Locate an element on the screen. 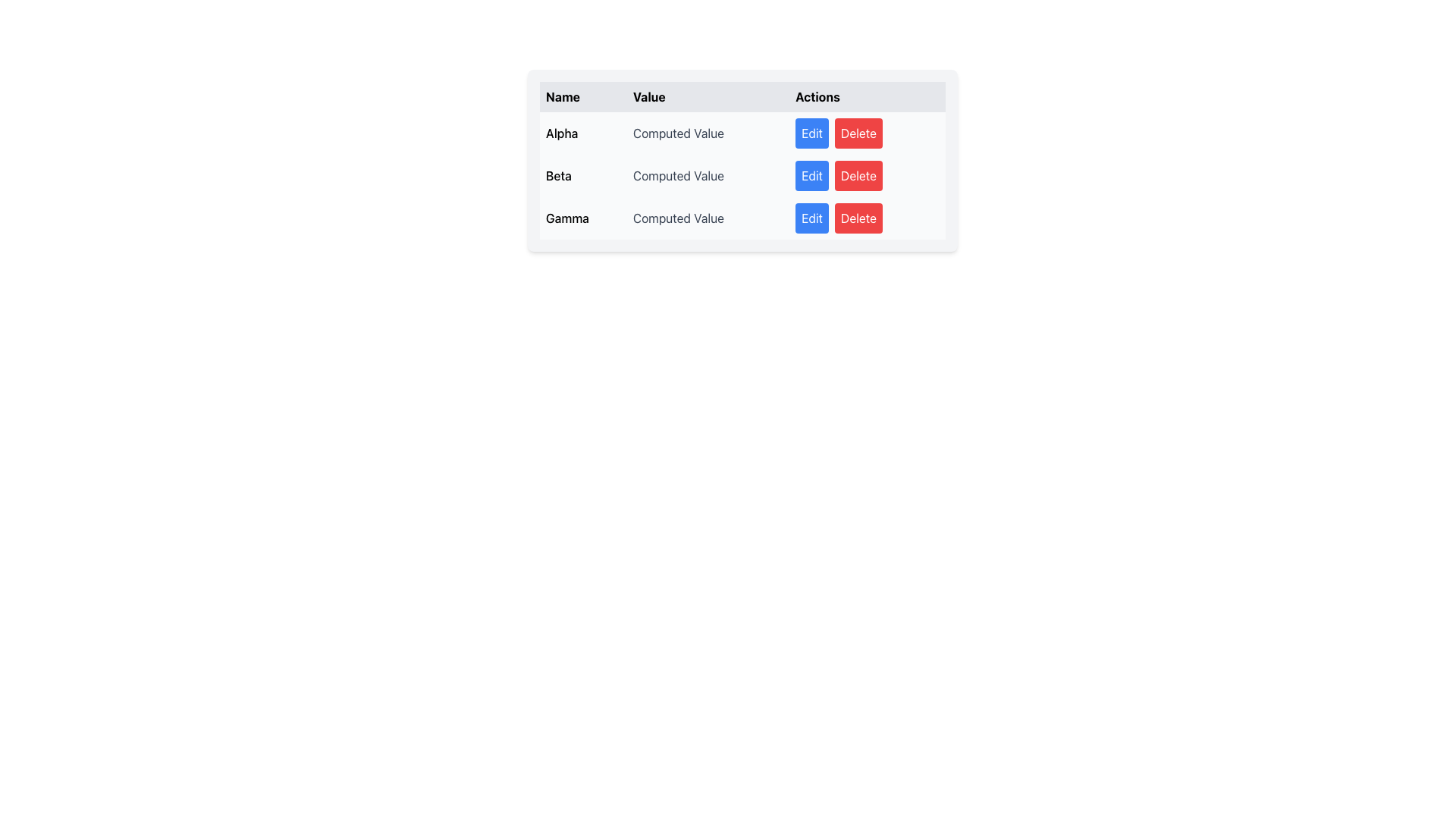 The height and width of the screenshot is (819, 1456). the 'Computed Value' text cell in the table, which displays the text in gray color and is positioned in the second cell of the first row, aligned with 'Alpha' in the 'Name' column and 'Edit' and 'Delete' buttons in the 'Actions' column is located at coordinates (708, 133).